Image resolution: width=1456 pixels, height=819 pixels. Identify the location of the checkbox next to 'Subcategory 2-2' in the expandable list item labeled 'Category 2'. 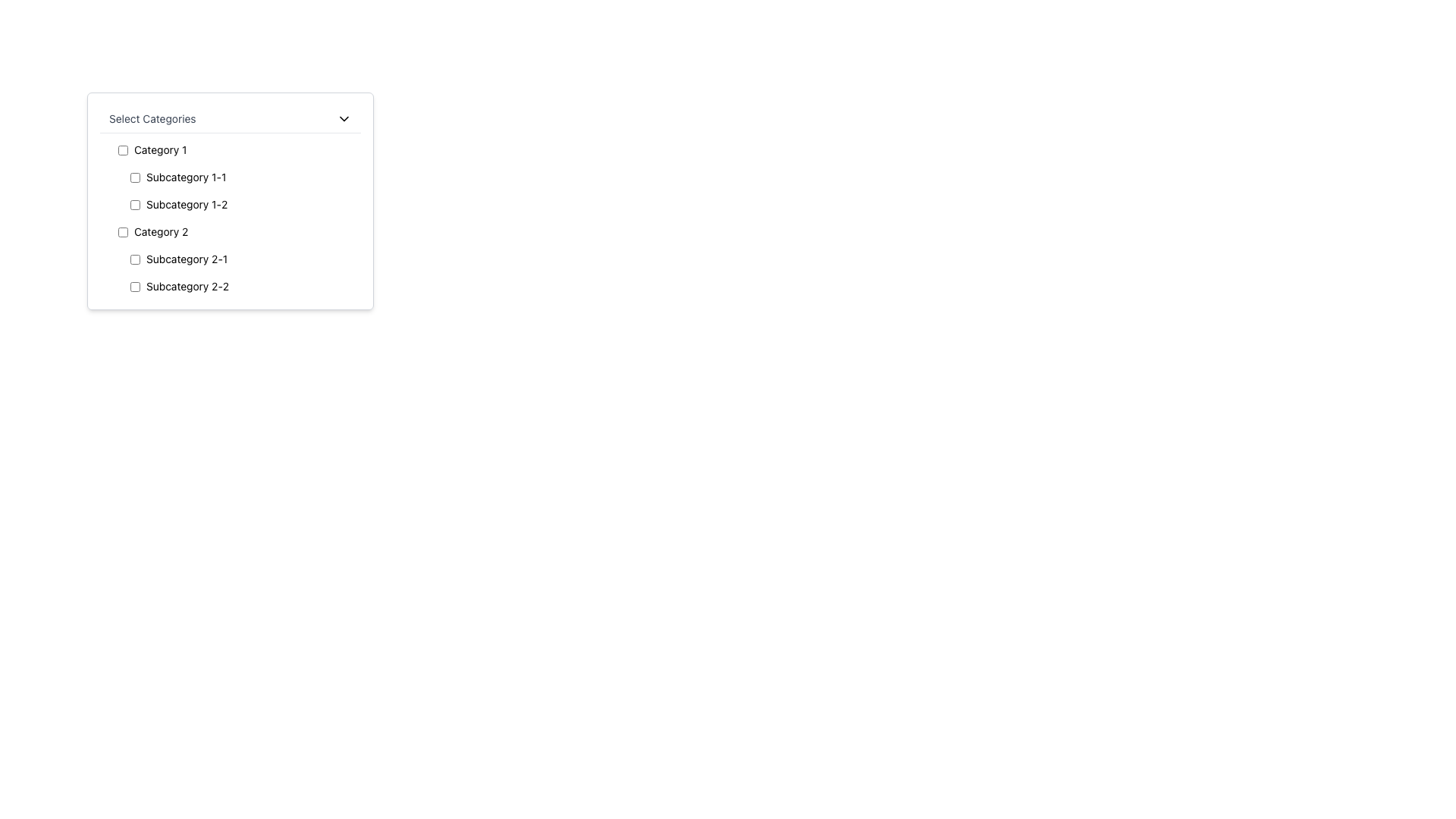
(236, 259).